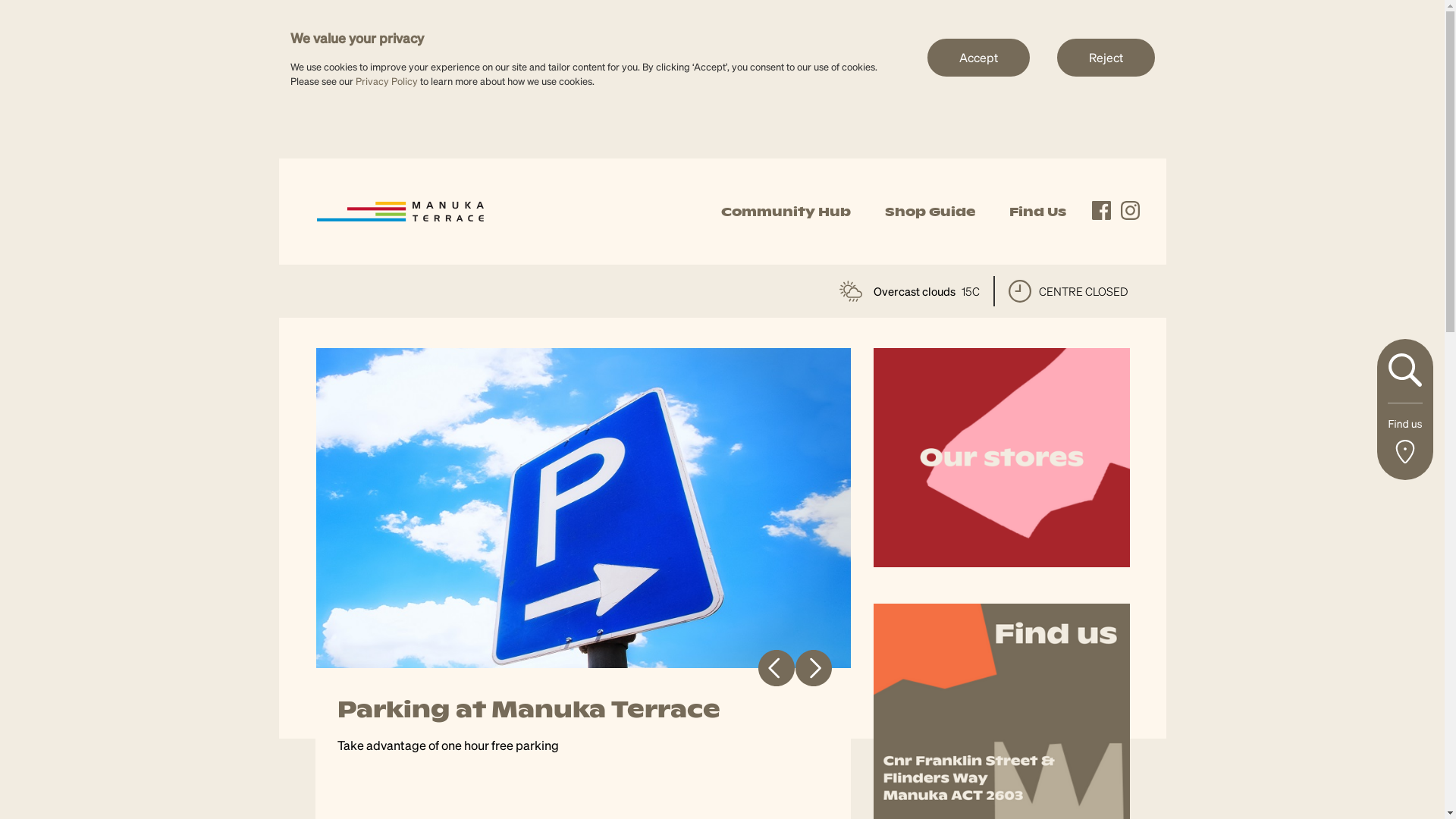 This screenshot has width=1456, height=819. Describe the element at coordinates (928, 212) in the screenshot. I see `'Shop Guide'` at that location.